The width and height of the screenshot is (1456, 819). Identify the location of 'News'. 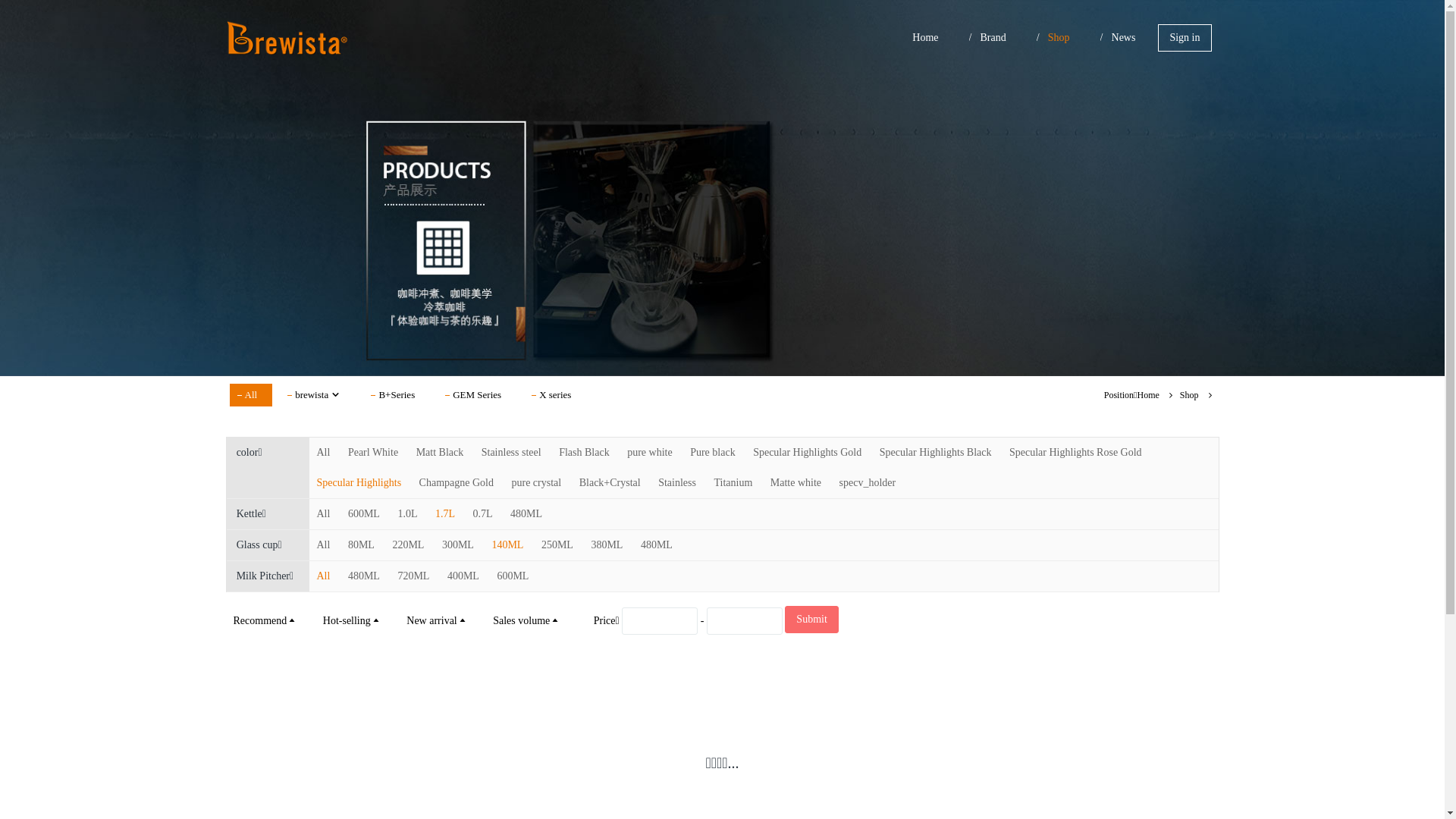
(1124, 37).